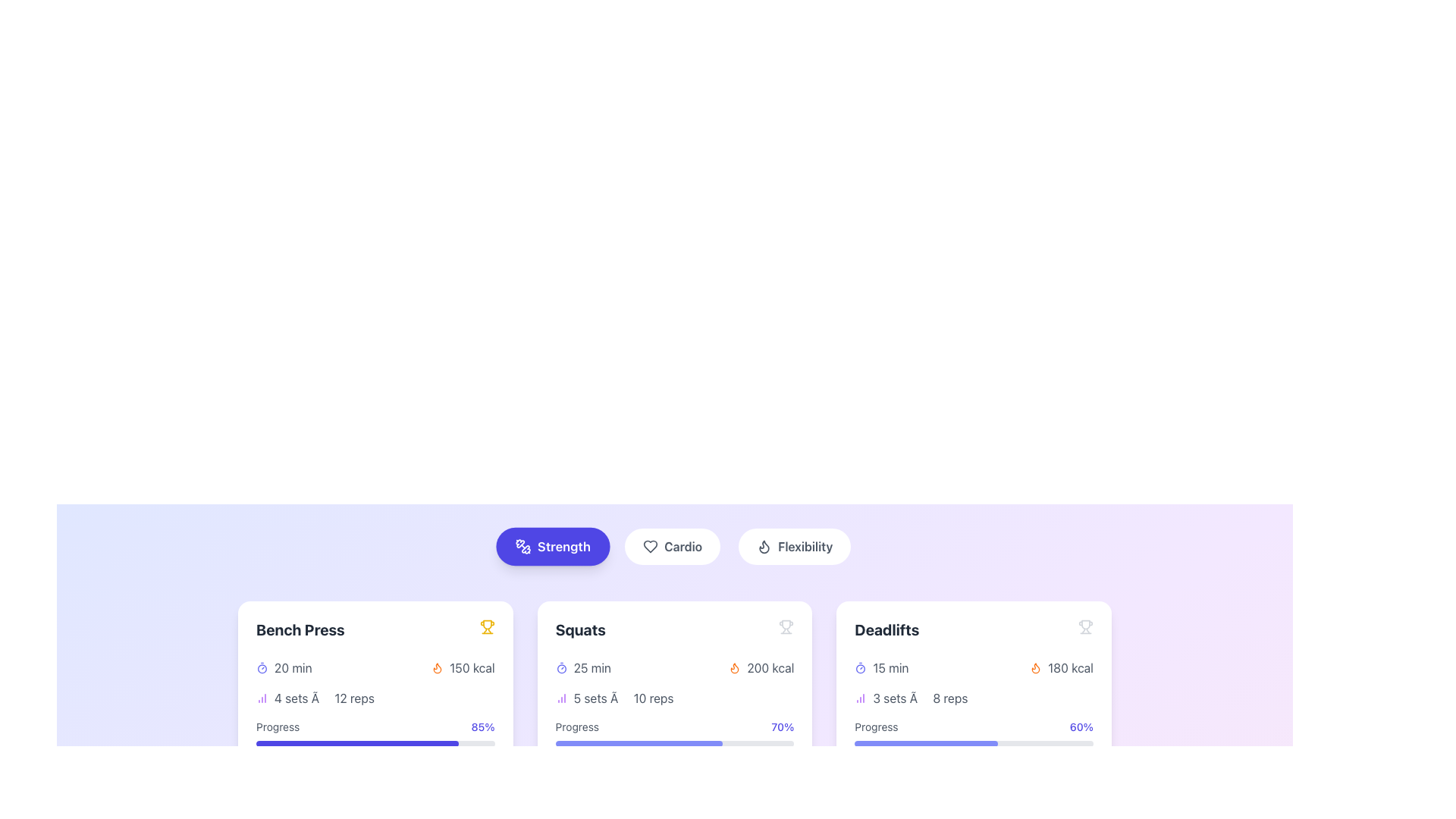 The height and width of the screenshot is (819, 1456). What do you see at coordinates (925, 742) in the screenshot?
I see `the filled segment of the progress bar indicating 60% completion in the 'Deadlifts' section at the bottom right` at bounding box center [925, 742].